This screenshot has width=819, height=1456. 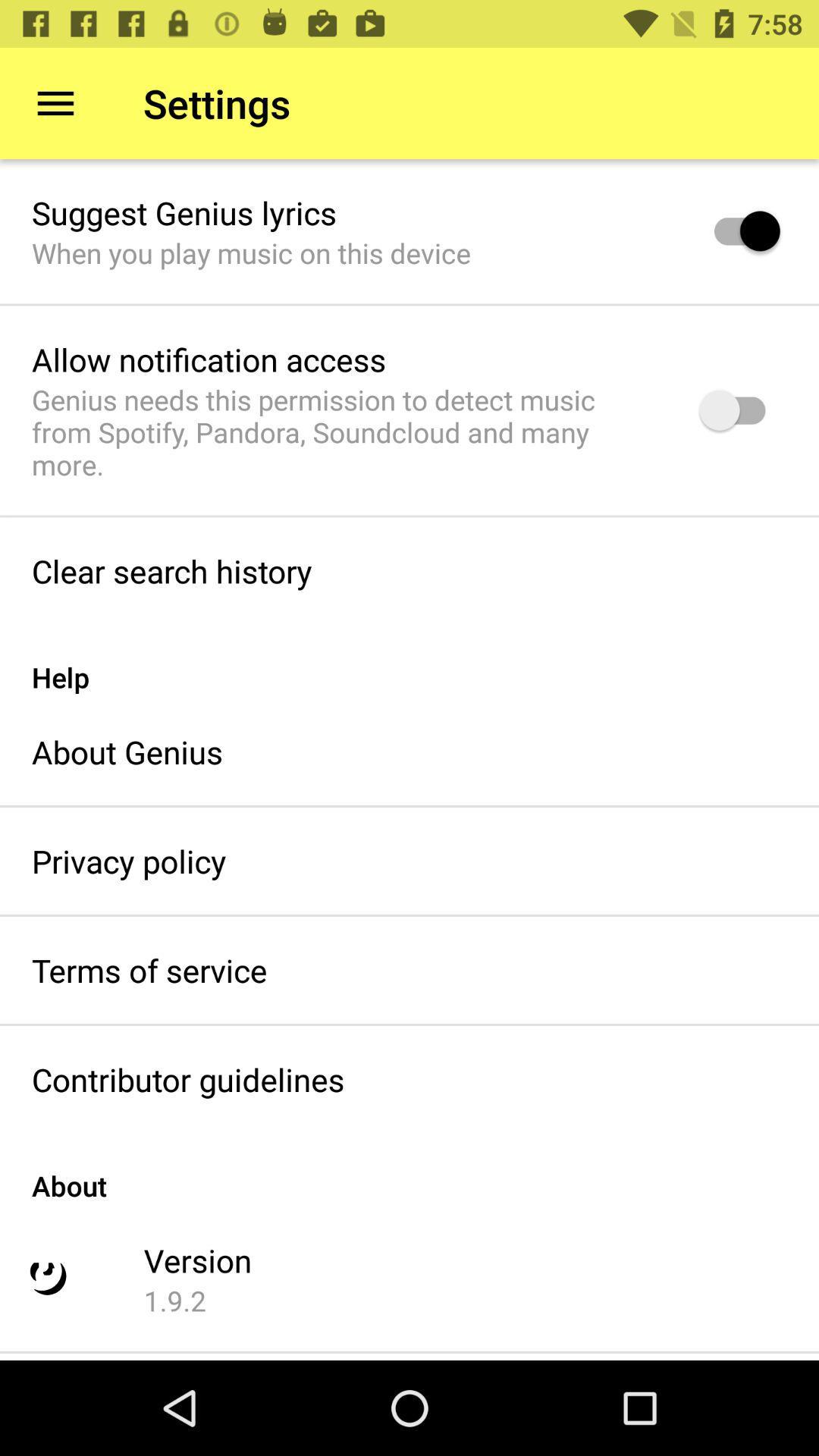 I want to click on icon at the top, so click(x=346, y=431).